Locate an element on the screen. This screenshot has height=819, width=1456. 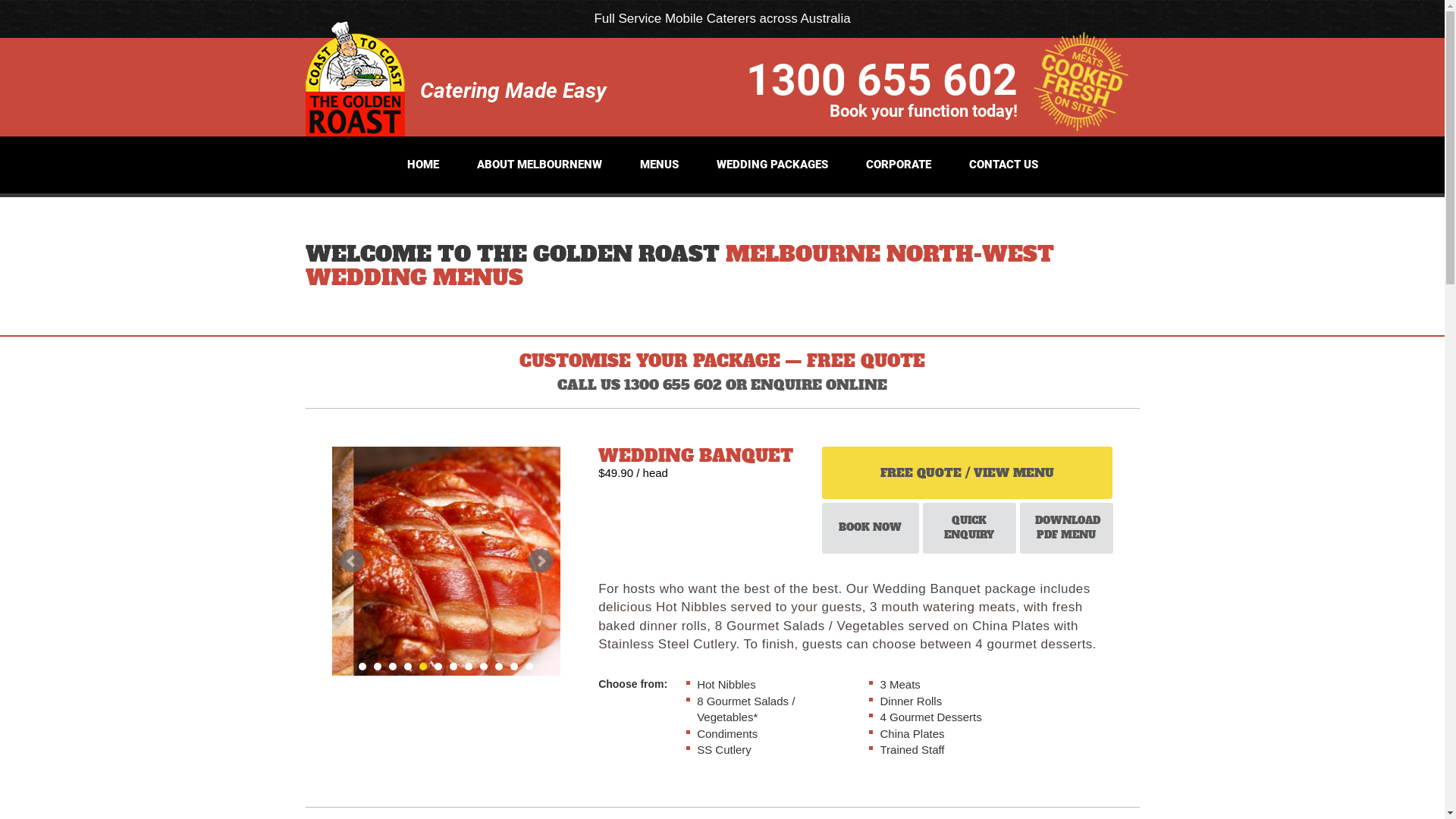
'8' is located at coordinates (468, 666).